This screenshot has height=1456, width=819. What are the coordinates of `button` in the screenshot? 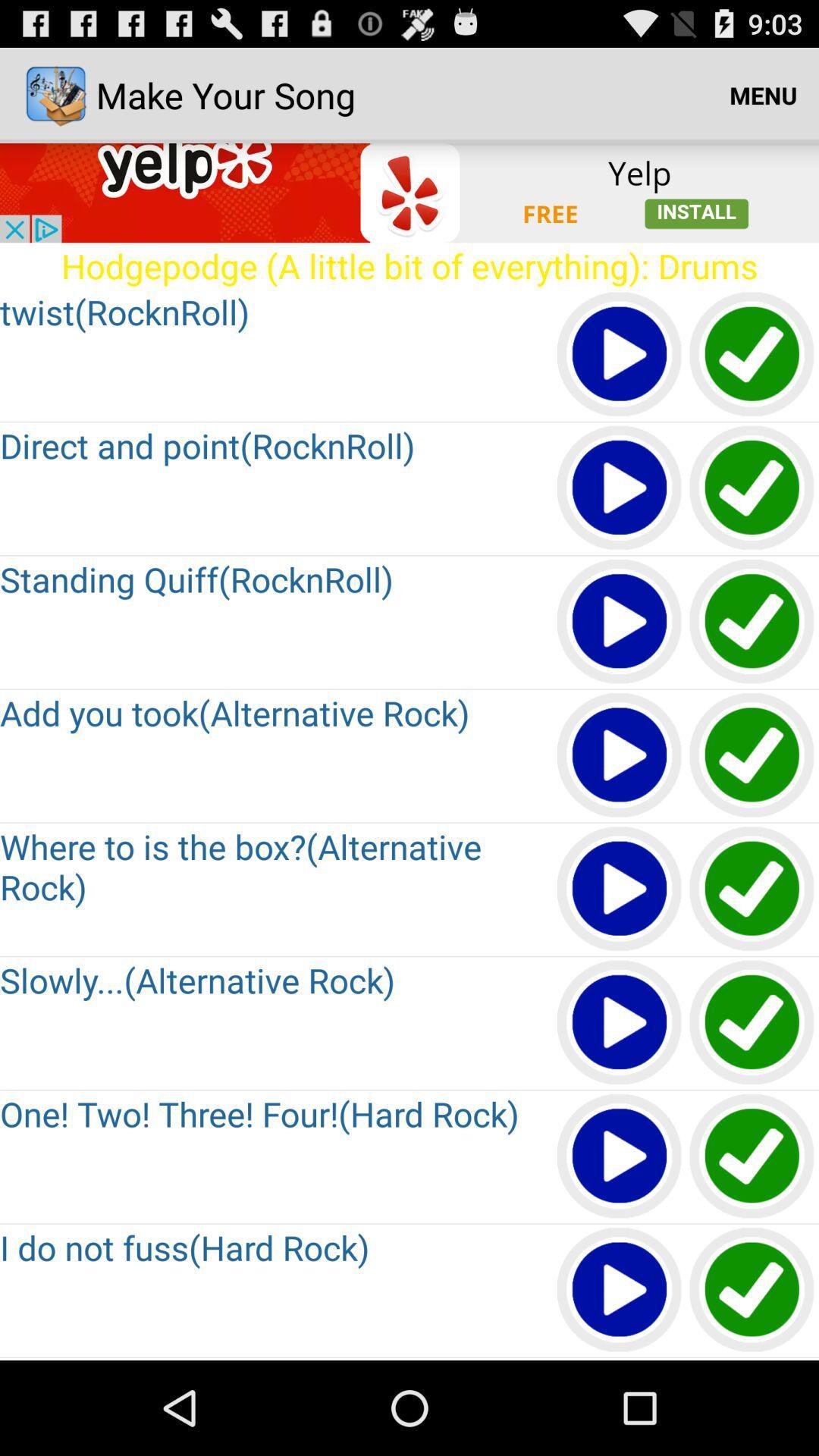 It's located at (620, 622).